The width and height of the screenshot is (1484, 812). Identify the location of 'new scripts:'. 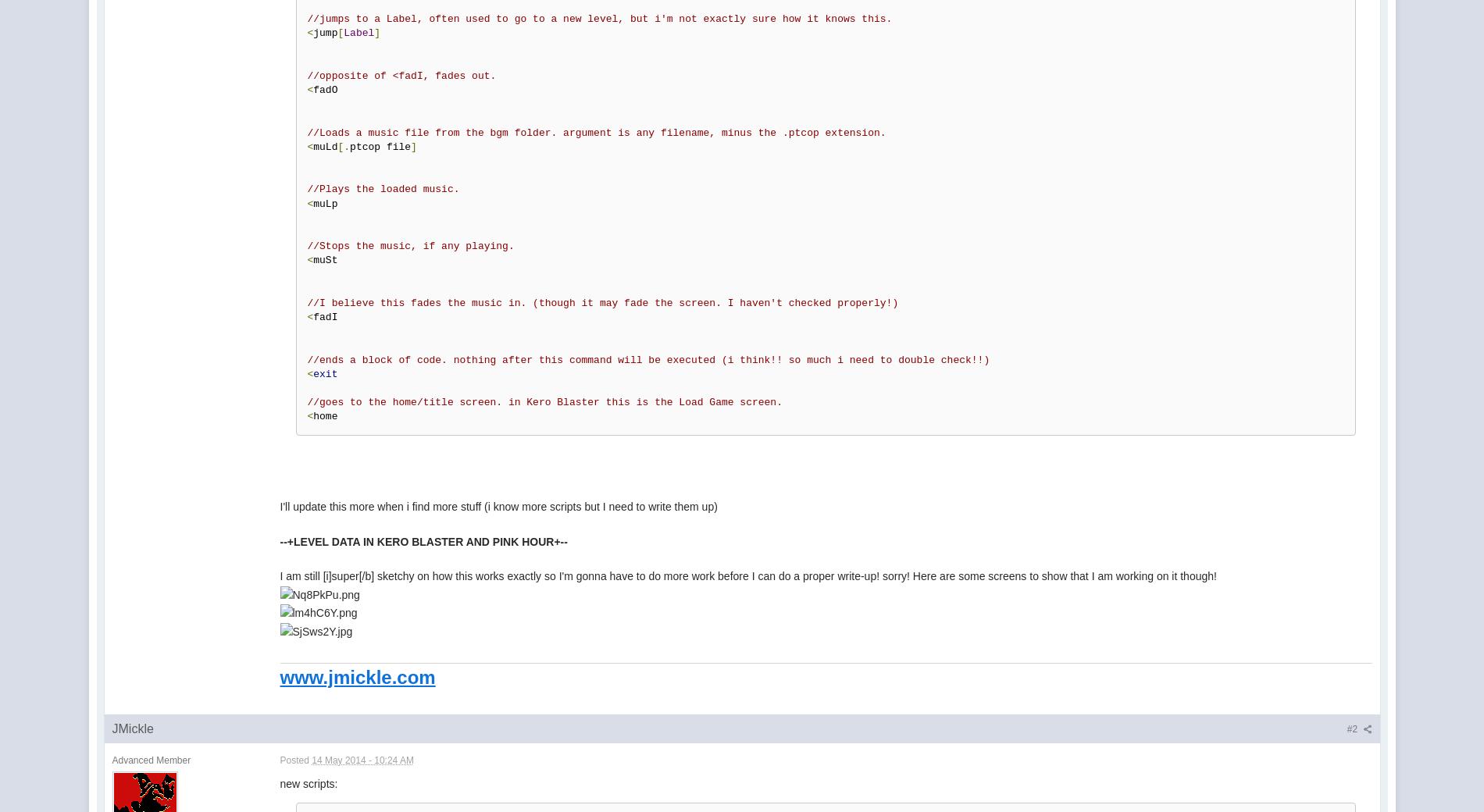
(308, 782).